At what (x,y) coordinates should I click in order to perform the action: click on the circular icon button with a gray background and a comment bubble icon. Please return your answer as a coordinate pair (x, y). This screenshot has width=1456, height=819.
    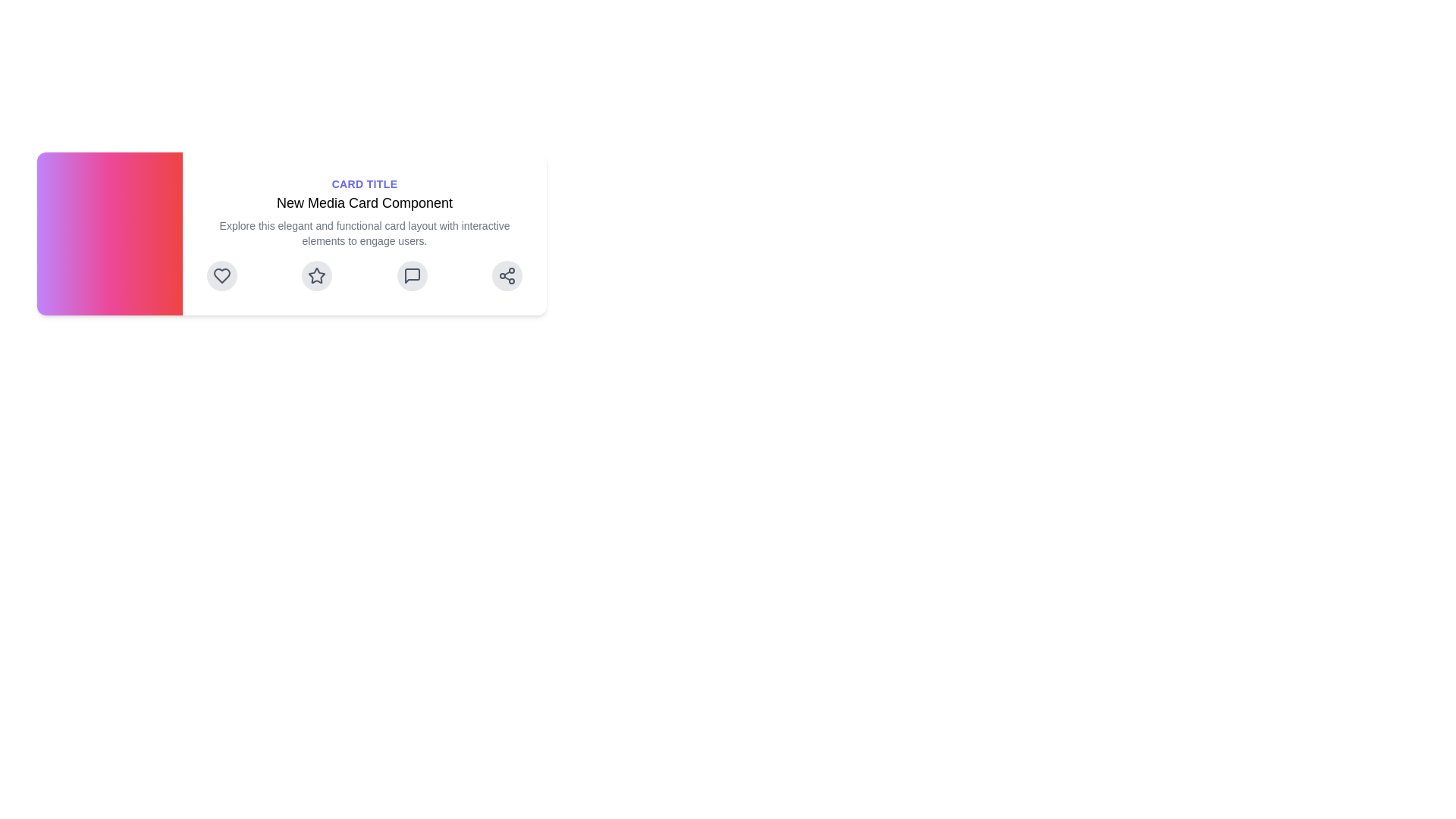
    Looking at the image, I should click on (412, 275).